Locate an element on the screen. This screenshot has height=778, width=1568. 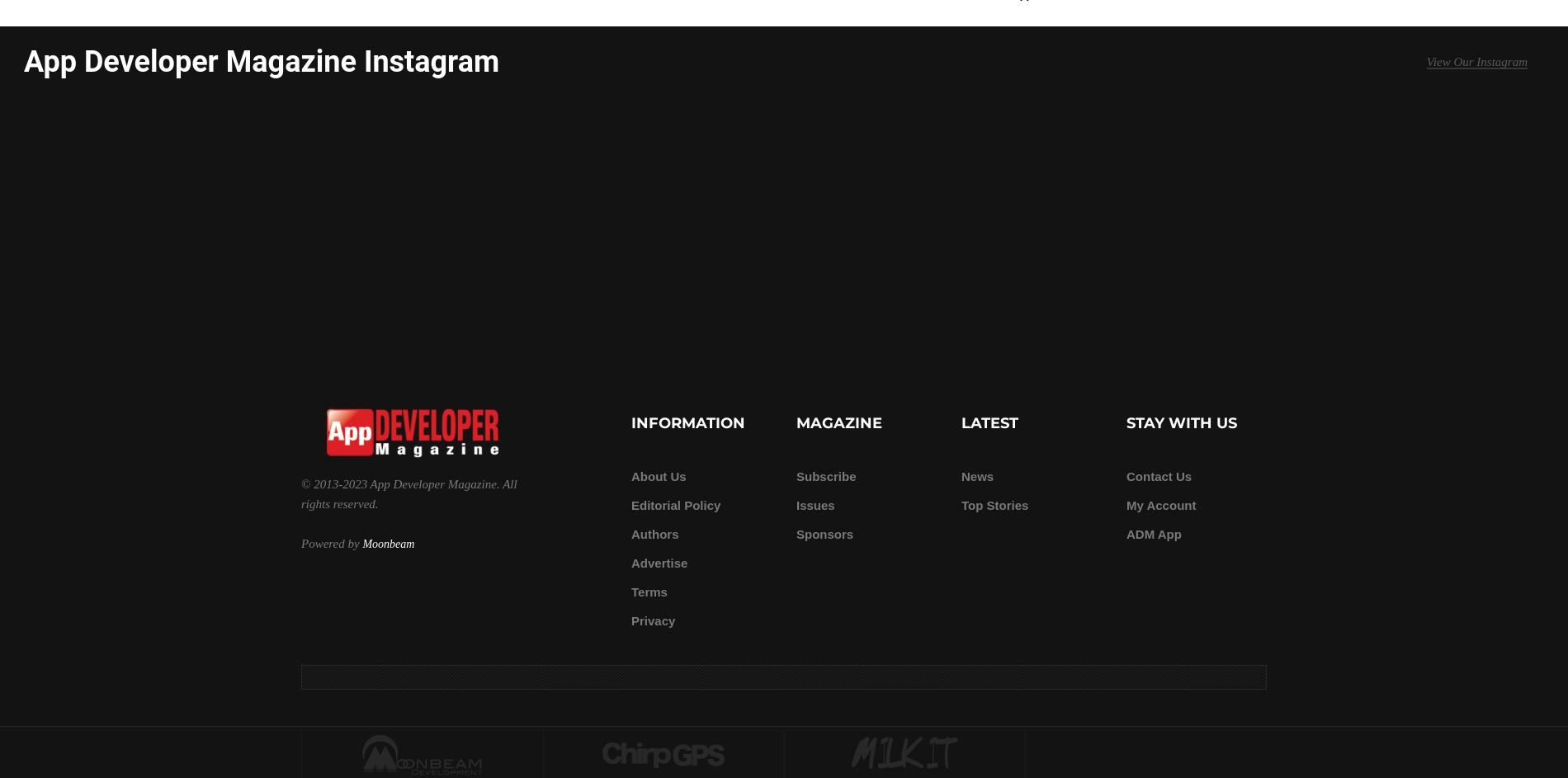
'about us' is located at coordinates (658, 475).